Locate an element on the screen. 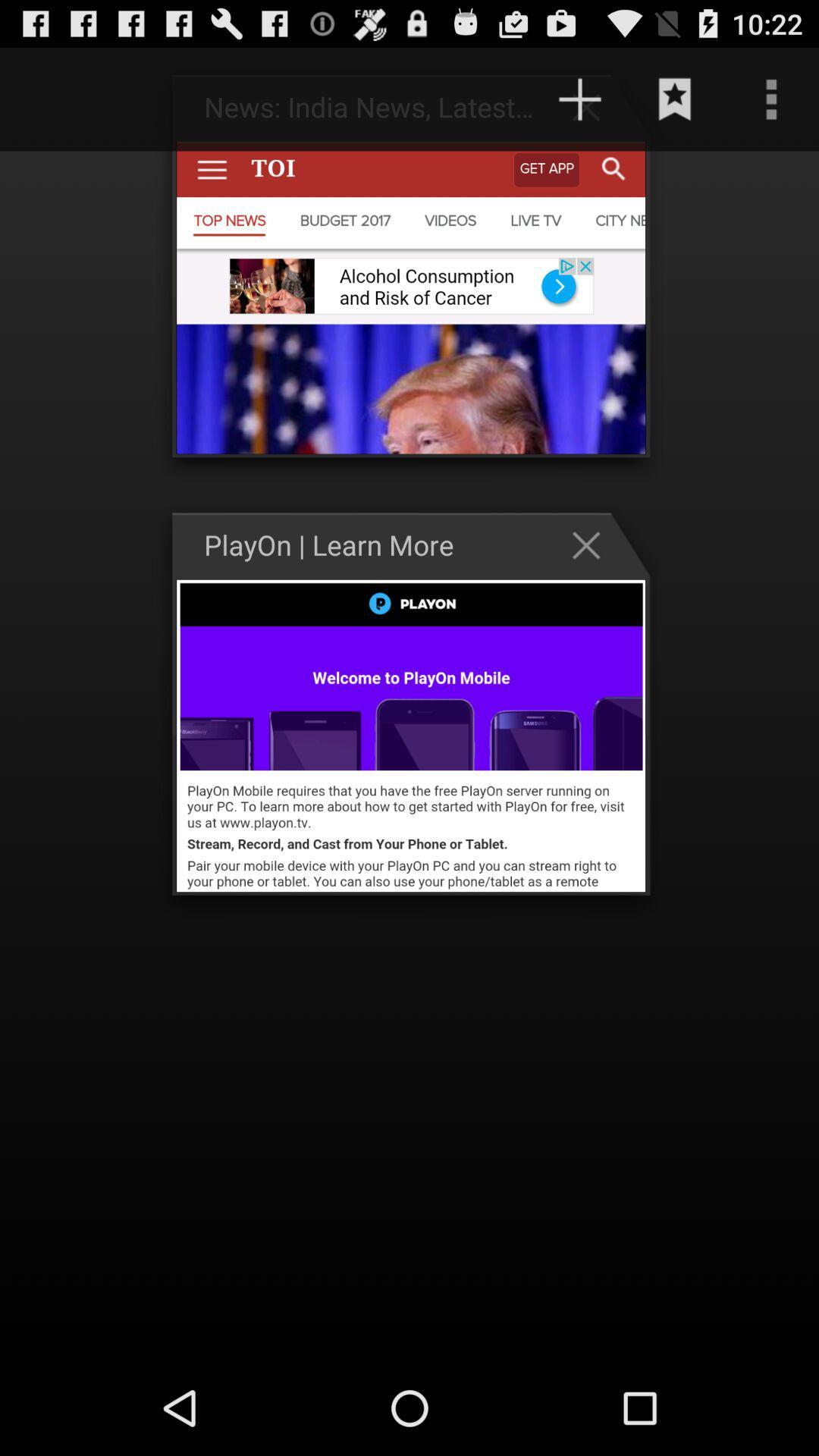 This screenshot has height=1456, width=819. the plus button at top of the page is located at coordinates (593, 105).